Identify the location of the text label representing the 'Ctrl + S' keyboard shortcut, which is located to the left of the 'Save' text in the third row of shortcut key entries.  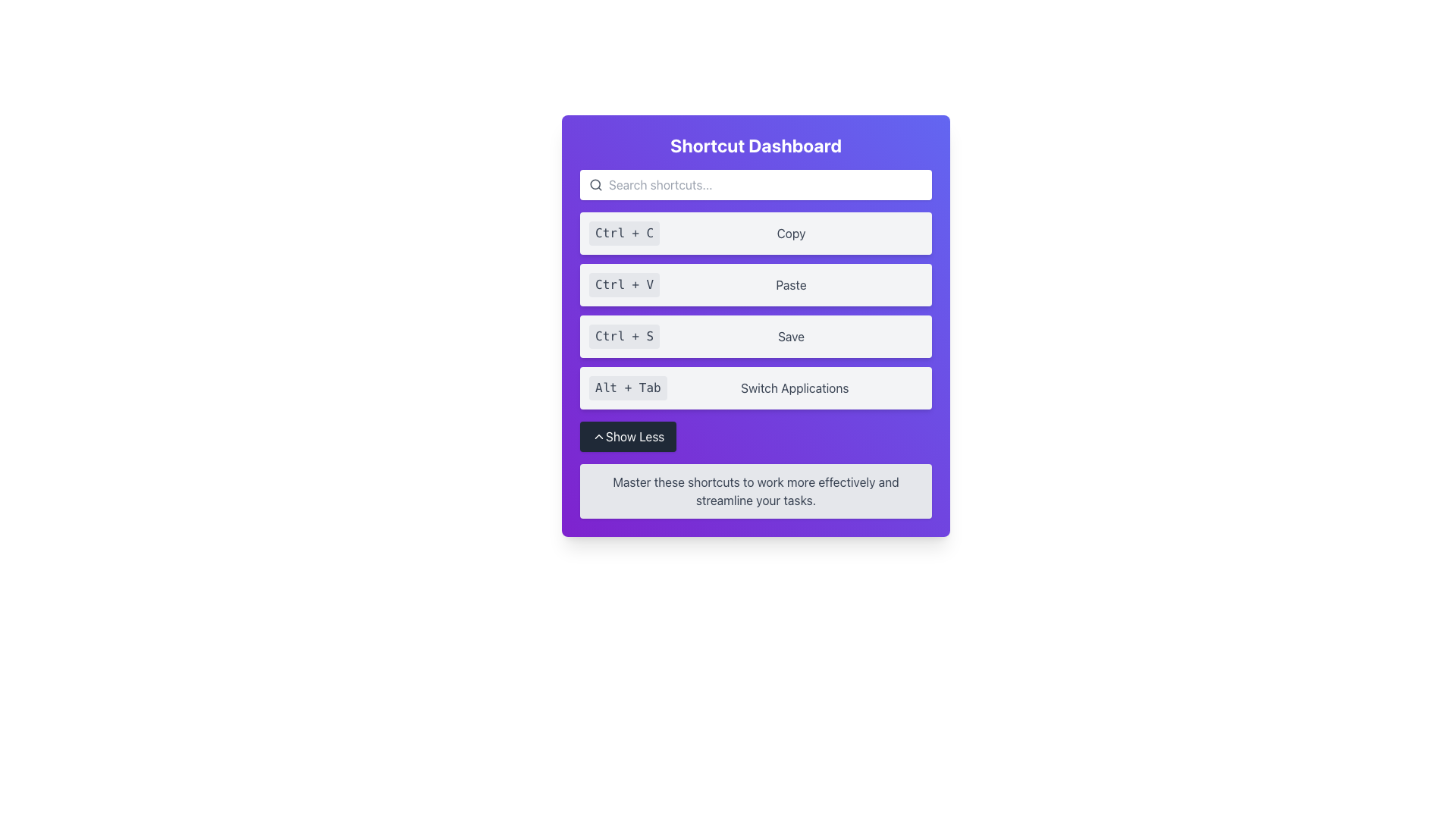
(624, 335).